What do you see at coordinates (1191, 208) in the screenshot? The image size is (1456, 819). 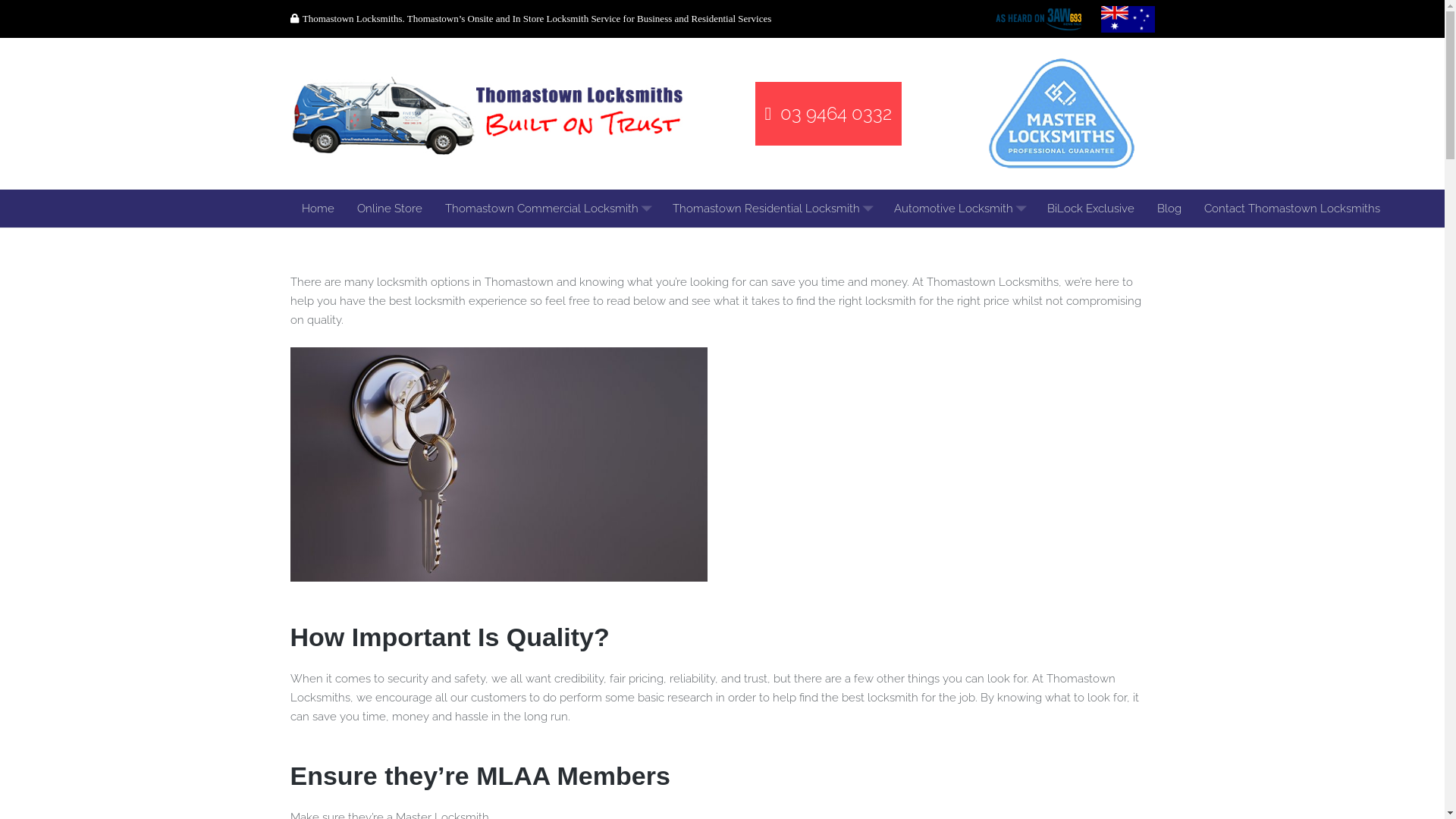 I see `'Contact Thomastown Locksmiths'` at bounding box center [1191, 208].